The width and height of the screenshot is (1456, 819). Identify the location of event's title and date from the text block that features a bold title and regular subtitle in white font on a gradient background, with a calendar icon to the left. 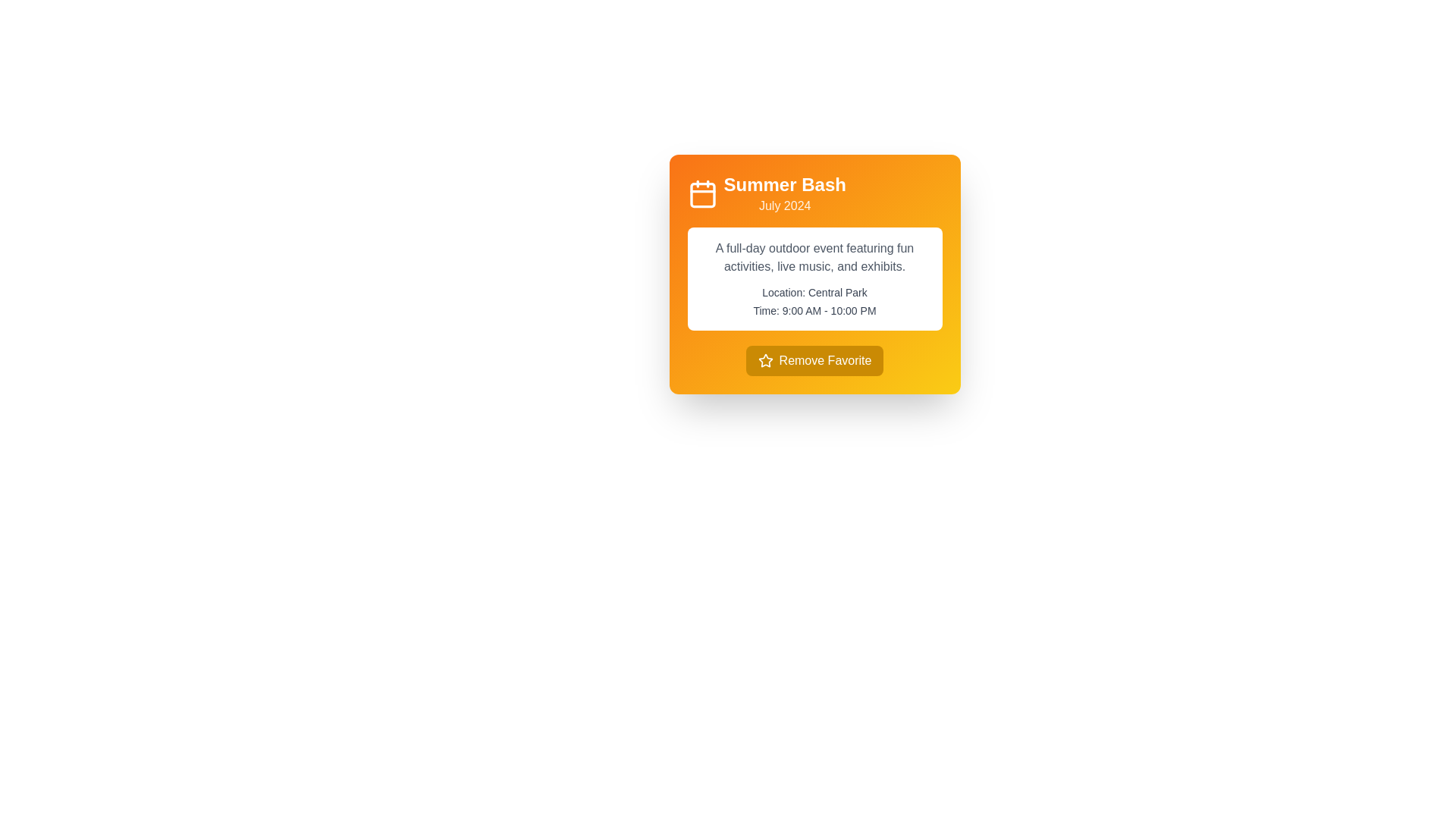
(814, 193).